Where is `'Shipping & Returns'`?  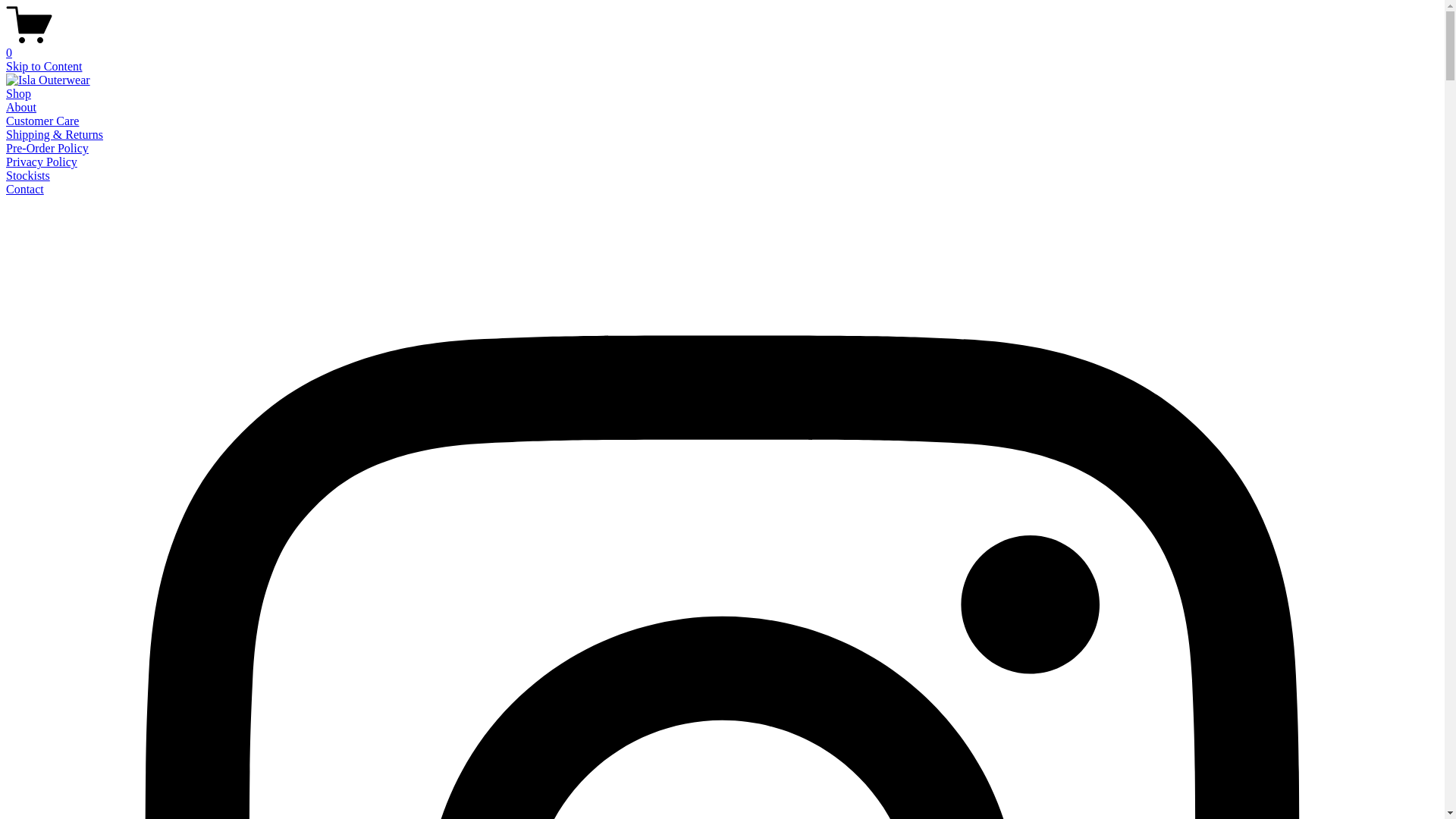
'Shipping & Returns' is located at coordinates (55, 133).